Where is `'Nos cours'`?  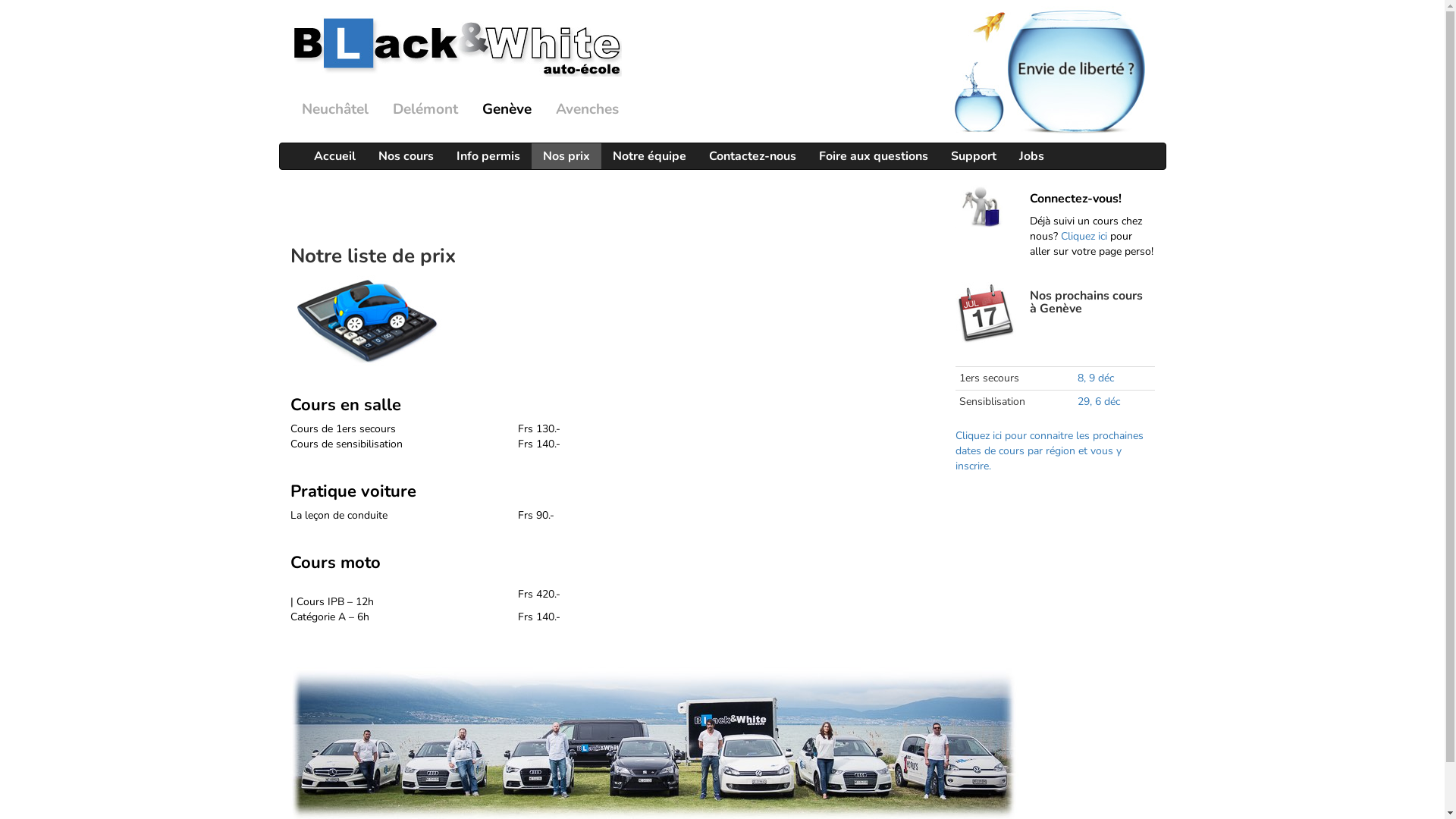
'Nos cours' is located at coordinates (406, 155).